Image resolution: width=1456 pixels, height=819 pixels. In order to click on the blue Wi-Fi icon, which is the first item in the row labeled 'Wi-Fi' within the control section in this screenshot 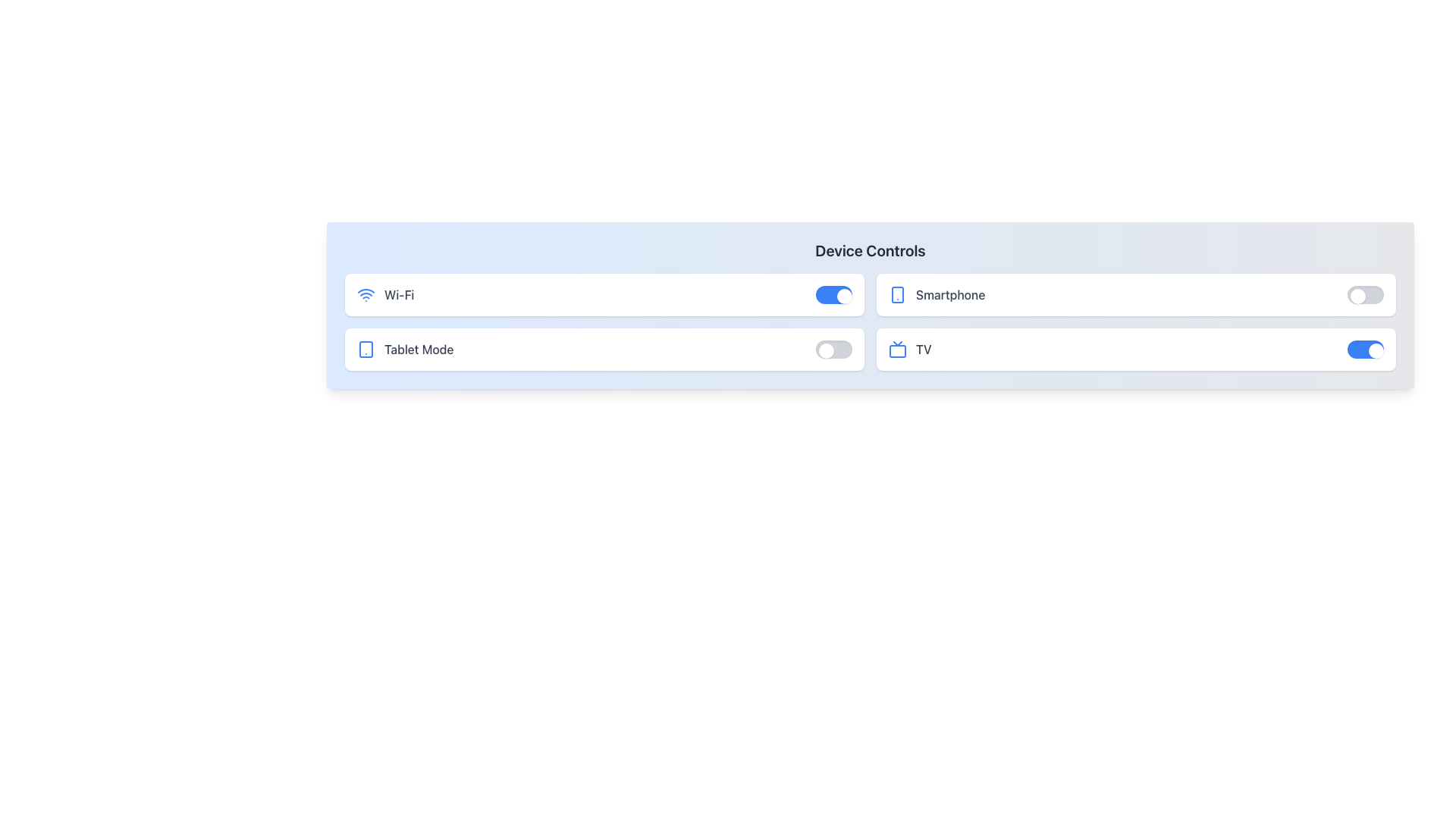, I will do `click(366, 295)`.